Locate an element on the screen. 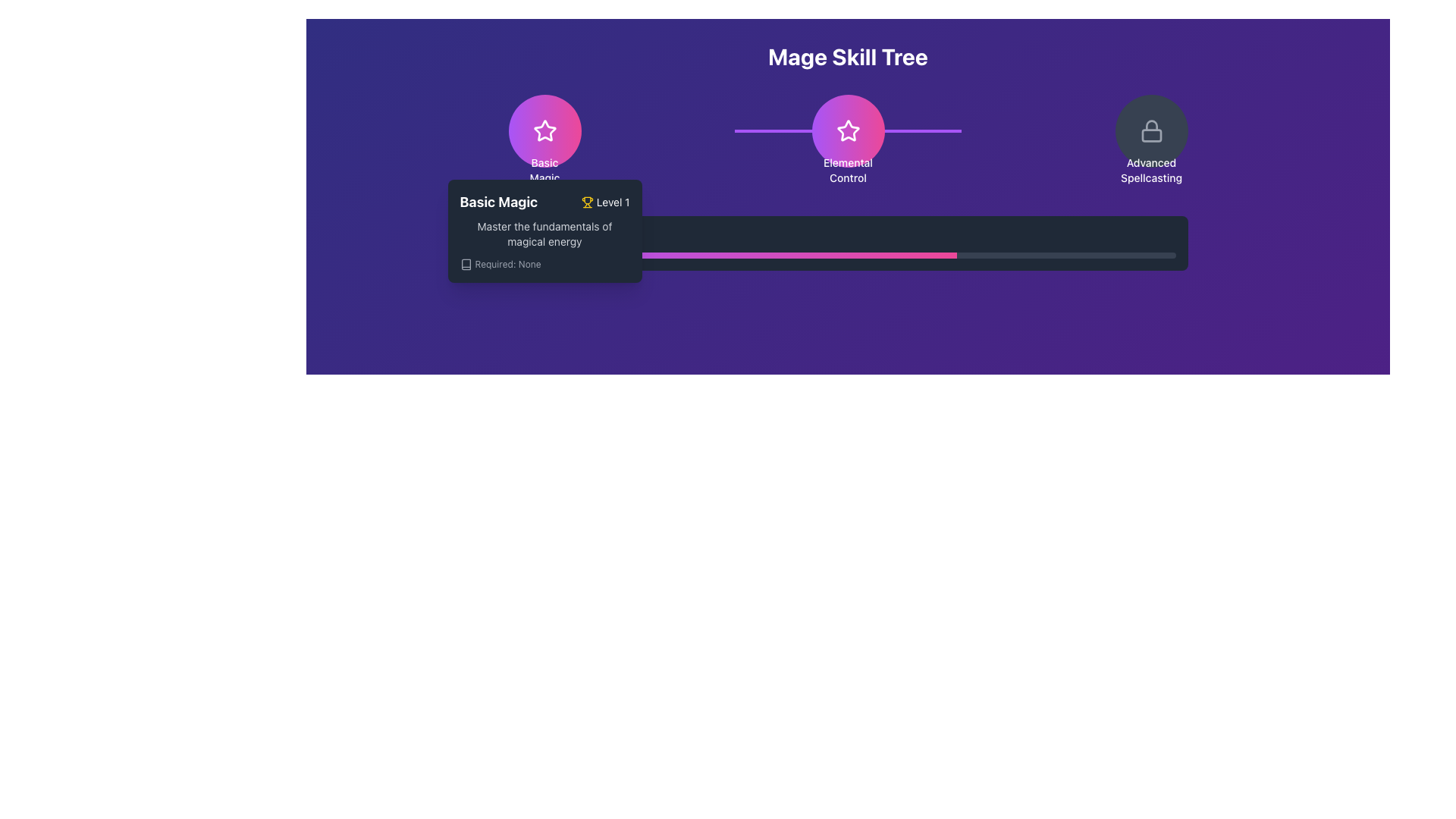 This screenshot has width=1456, height=819. the circular icon with a lock symbol and the text 'Advanced Spellcasting' is located at coordinates (1151, 130).